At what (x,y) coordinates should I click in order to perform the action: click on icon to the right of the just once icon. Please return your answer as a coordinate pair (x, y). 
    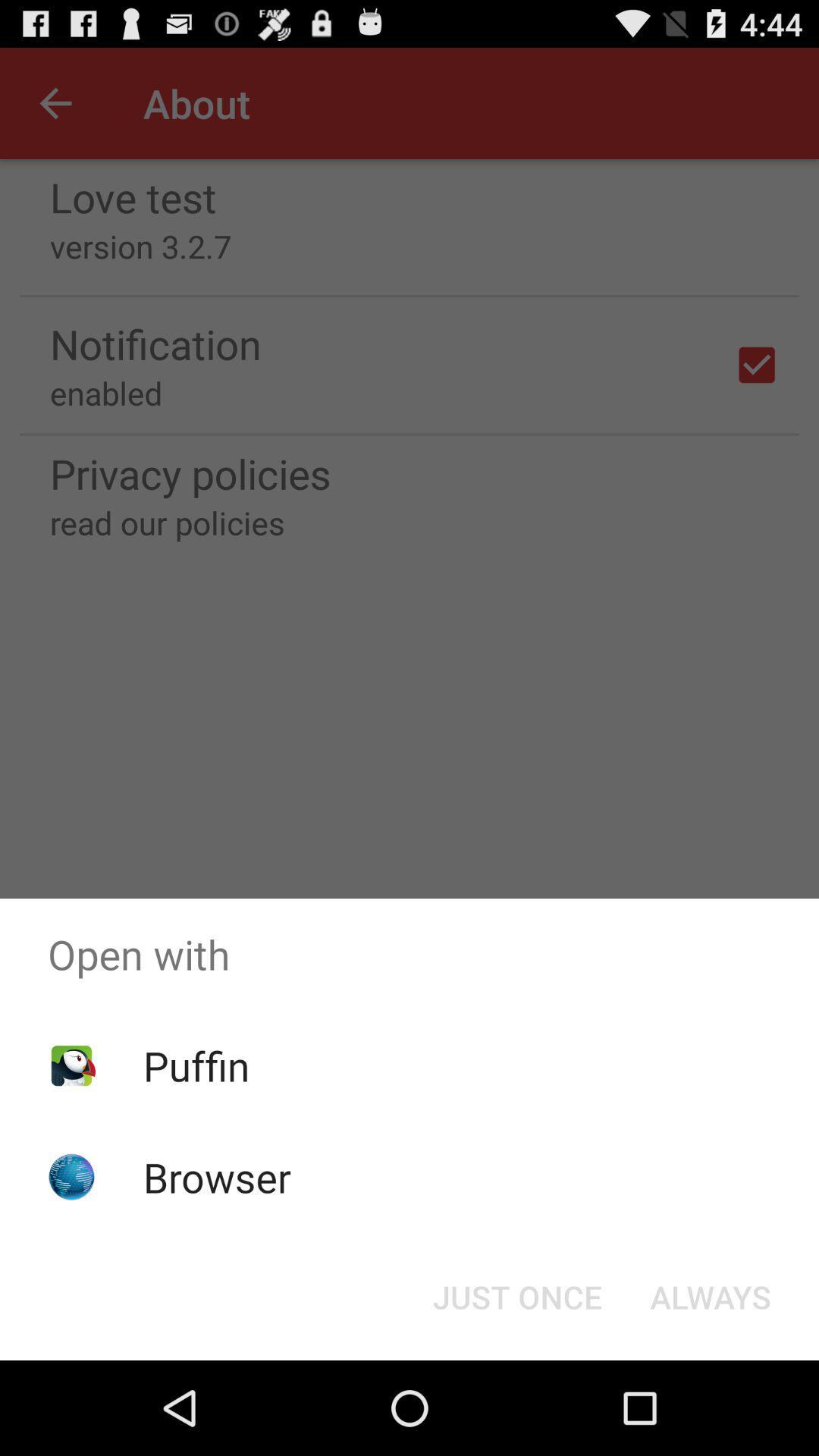
    Looking at the image, I should click on (711, 1295).